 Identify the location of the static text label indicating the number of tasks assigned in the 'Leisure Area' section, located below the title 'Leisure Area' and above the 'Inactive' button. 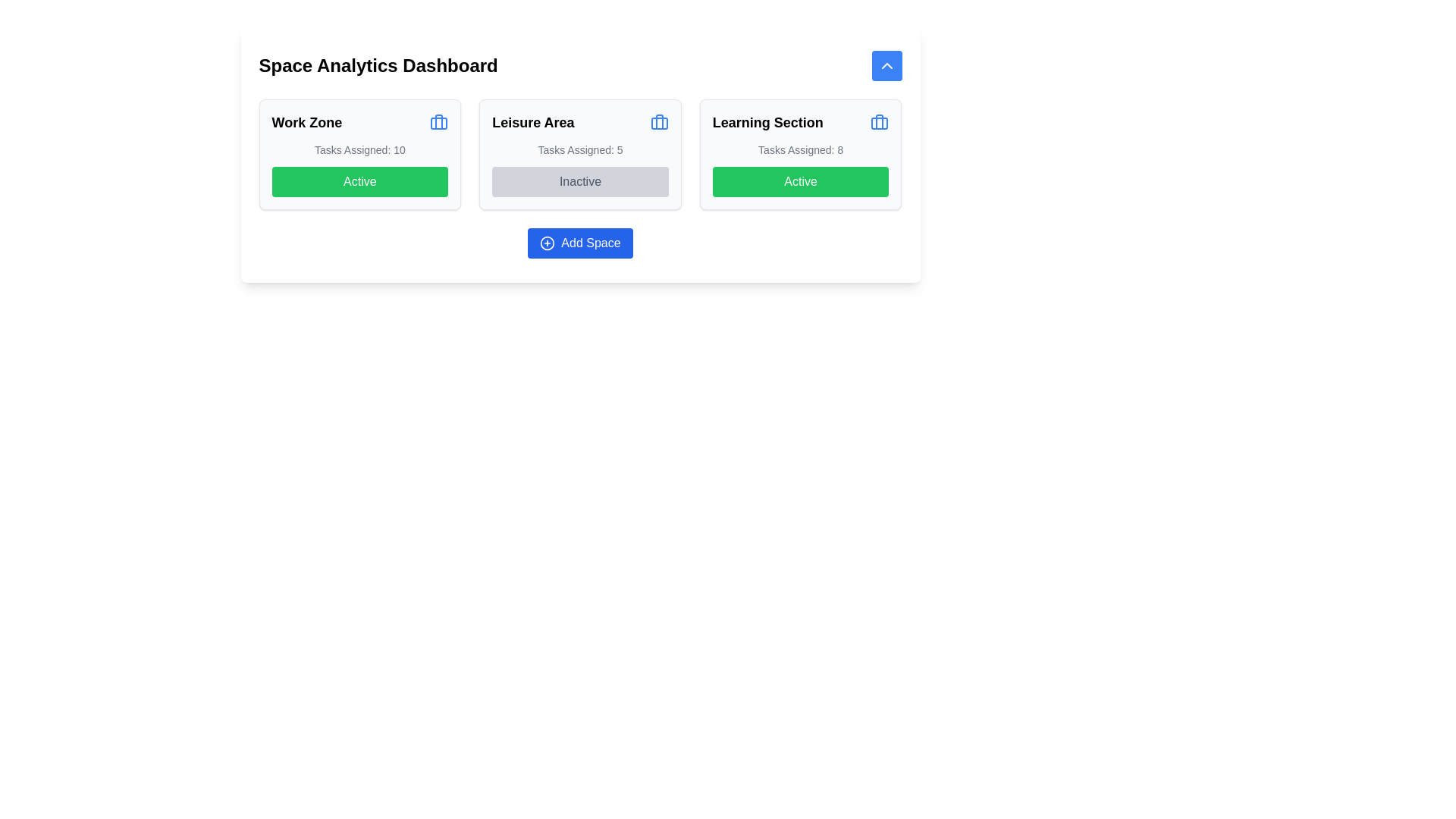
(579, 149).